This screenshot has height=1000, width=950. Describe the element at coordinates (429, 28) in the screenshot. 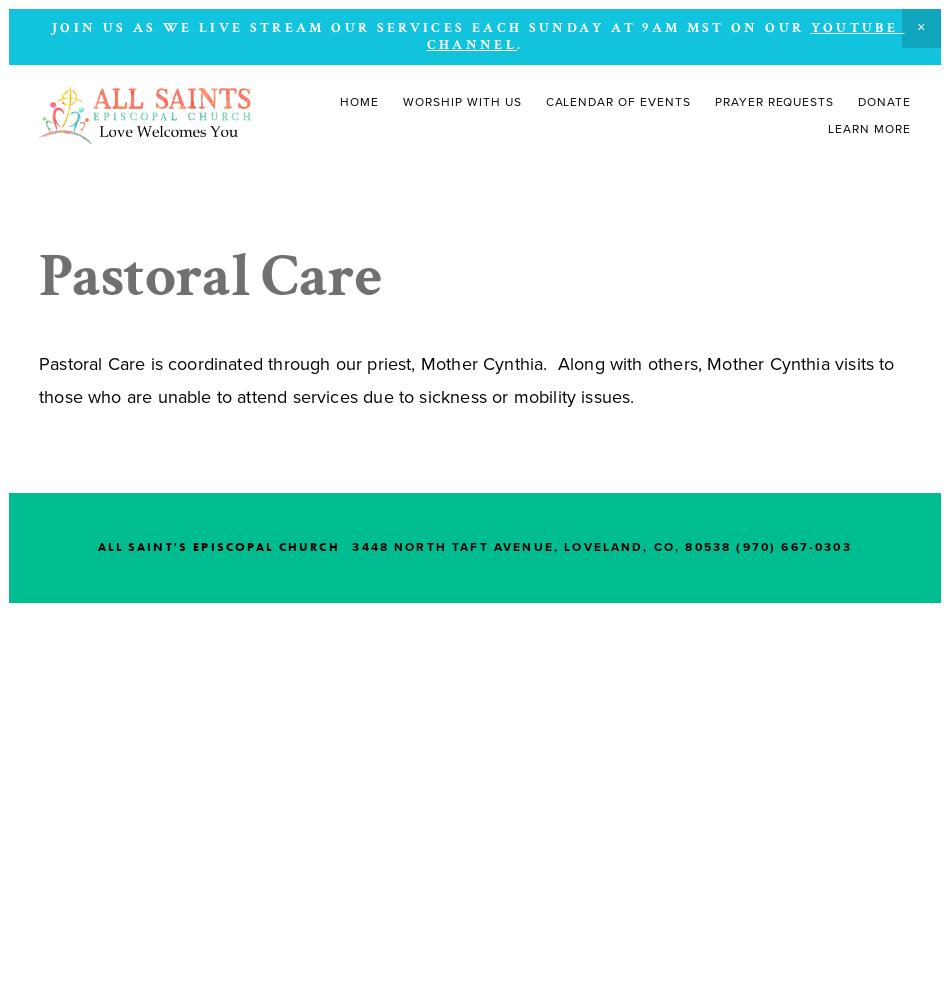

I see `'Join us as we live stream our services each Sunday at 9AM MST on our'` at that location.